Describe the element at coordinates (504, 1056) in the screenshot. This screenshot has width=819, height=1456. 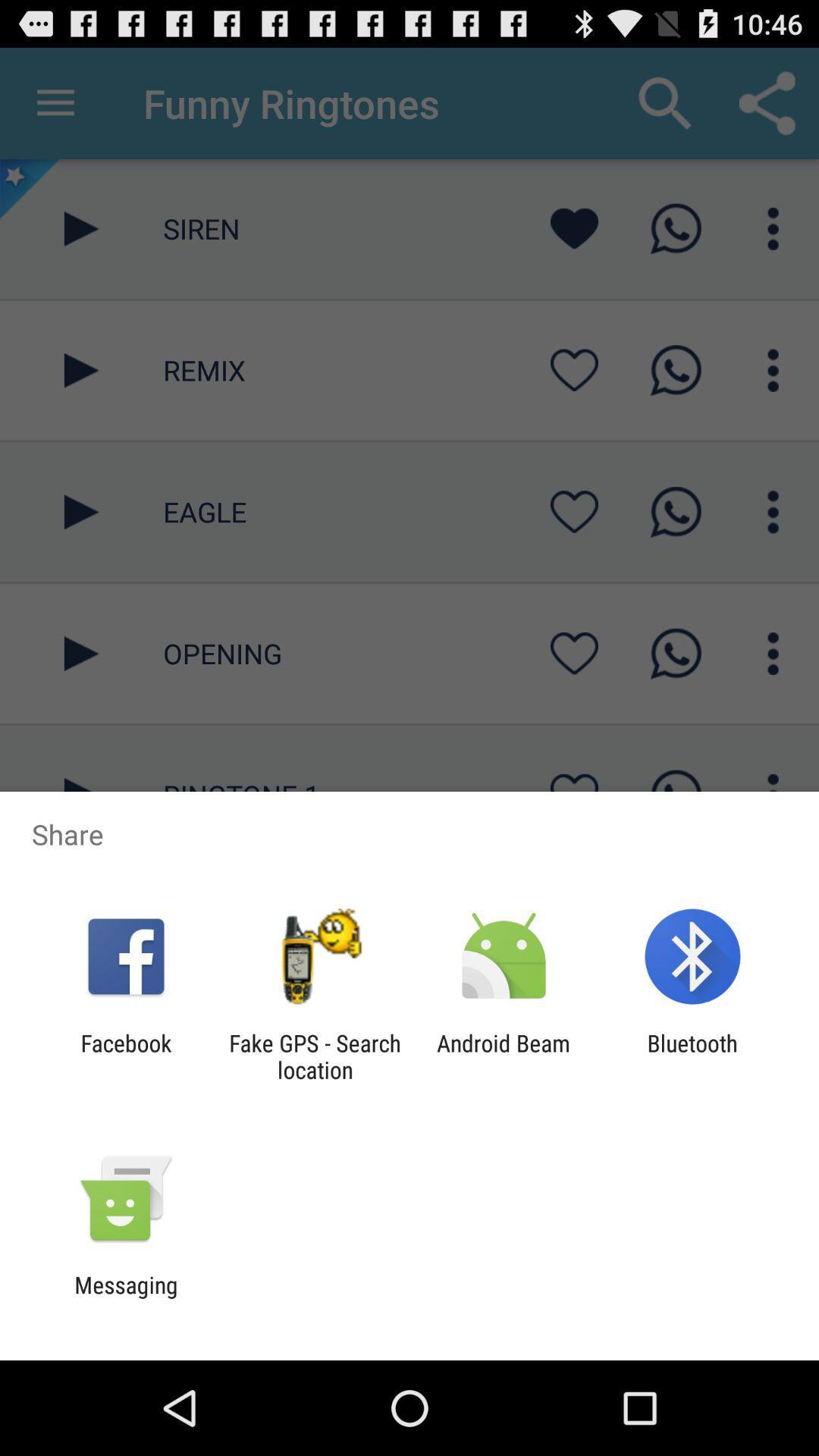
I see `the android beam` at that location.